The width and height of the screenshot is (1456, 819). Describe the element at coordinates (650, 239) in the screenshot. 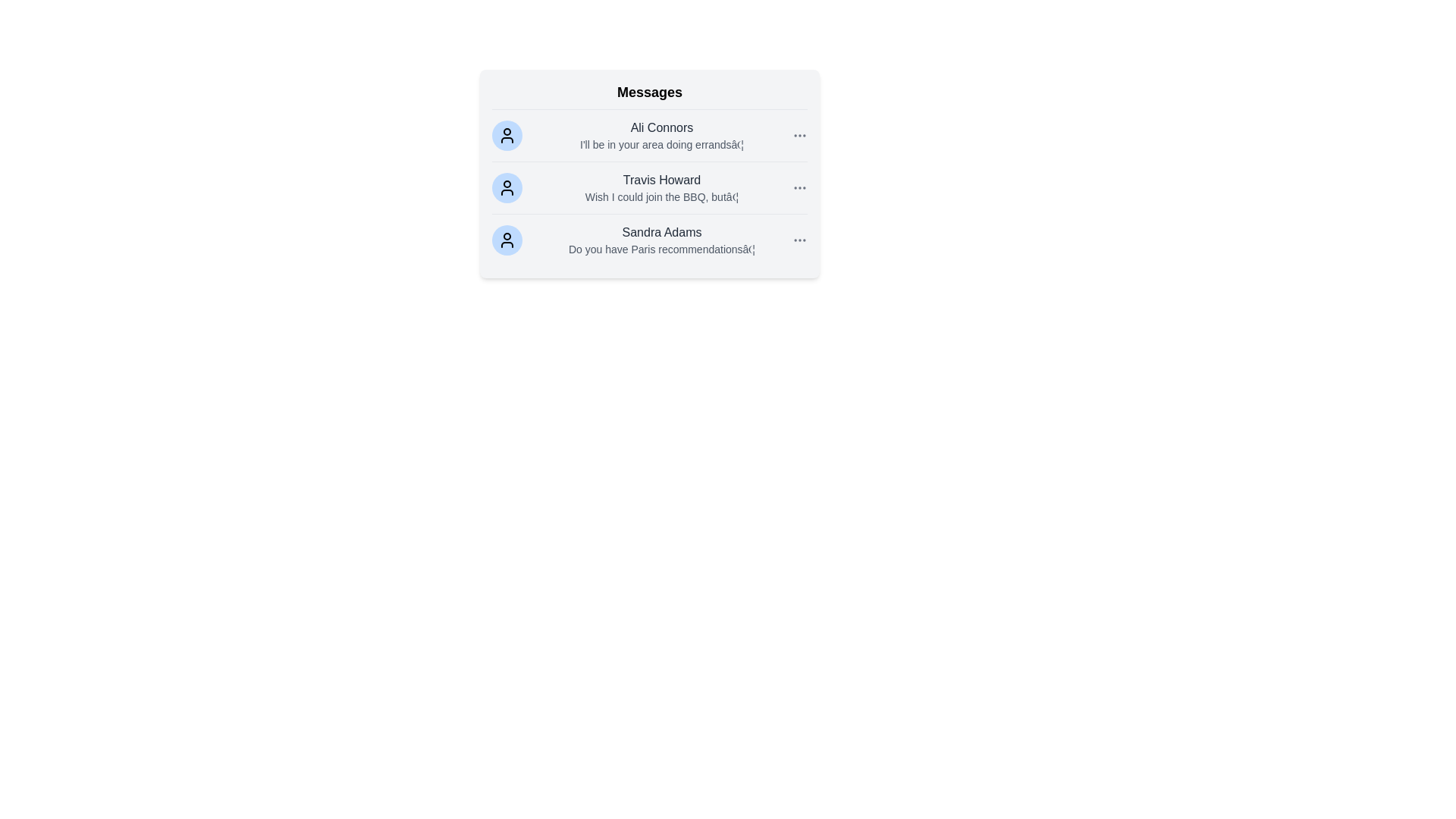

I see `the third list item` at that location.